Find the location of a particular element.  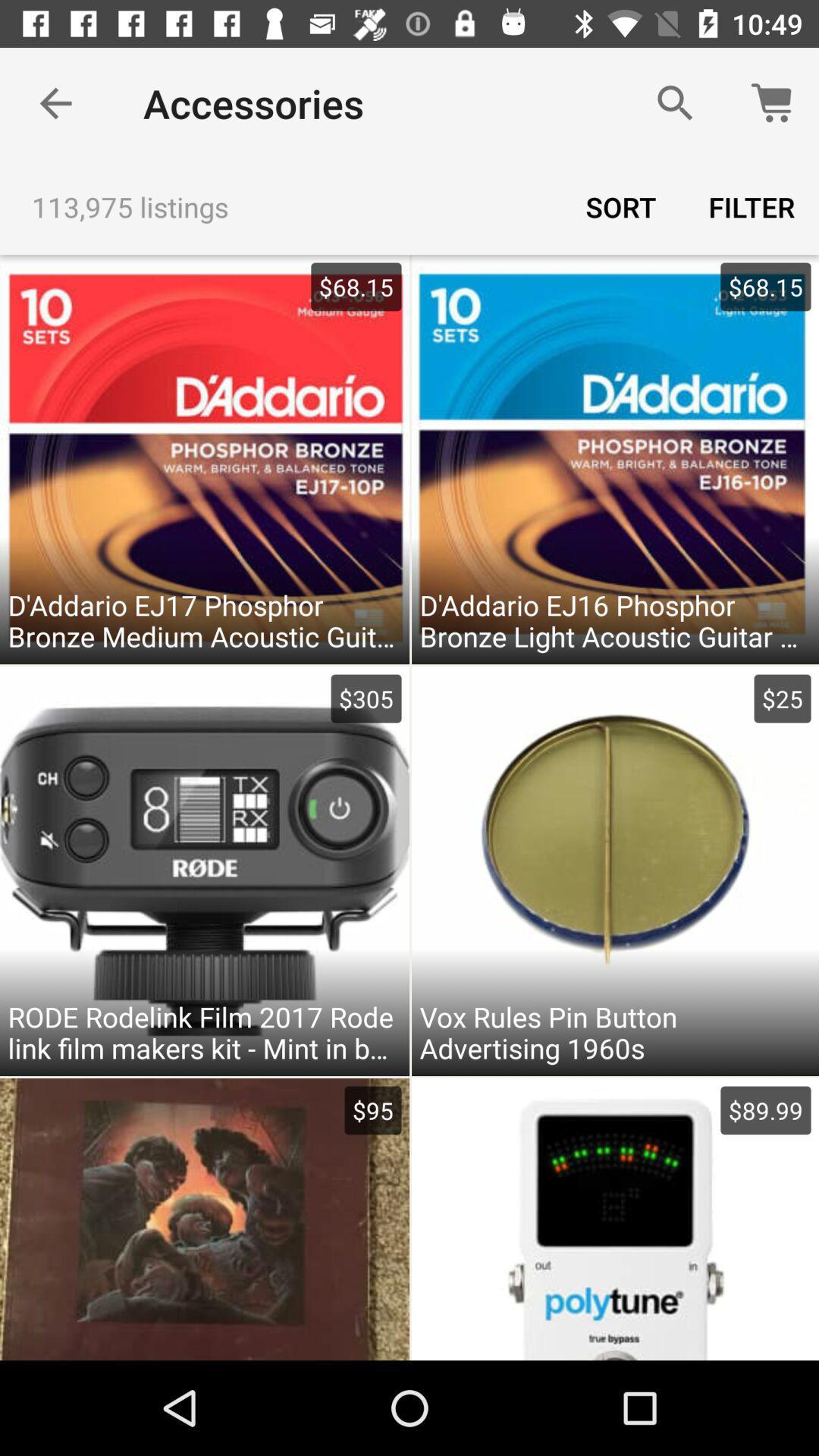

the item above the sort is located at coordinates (675, 102).